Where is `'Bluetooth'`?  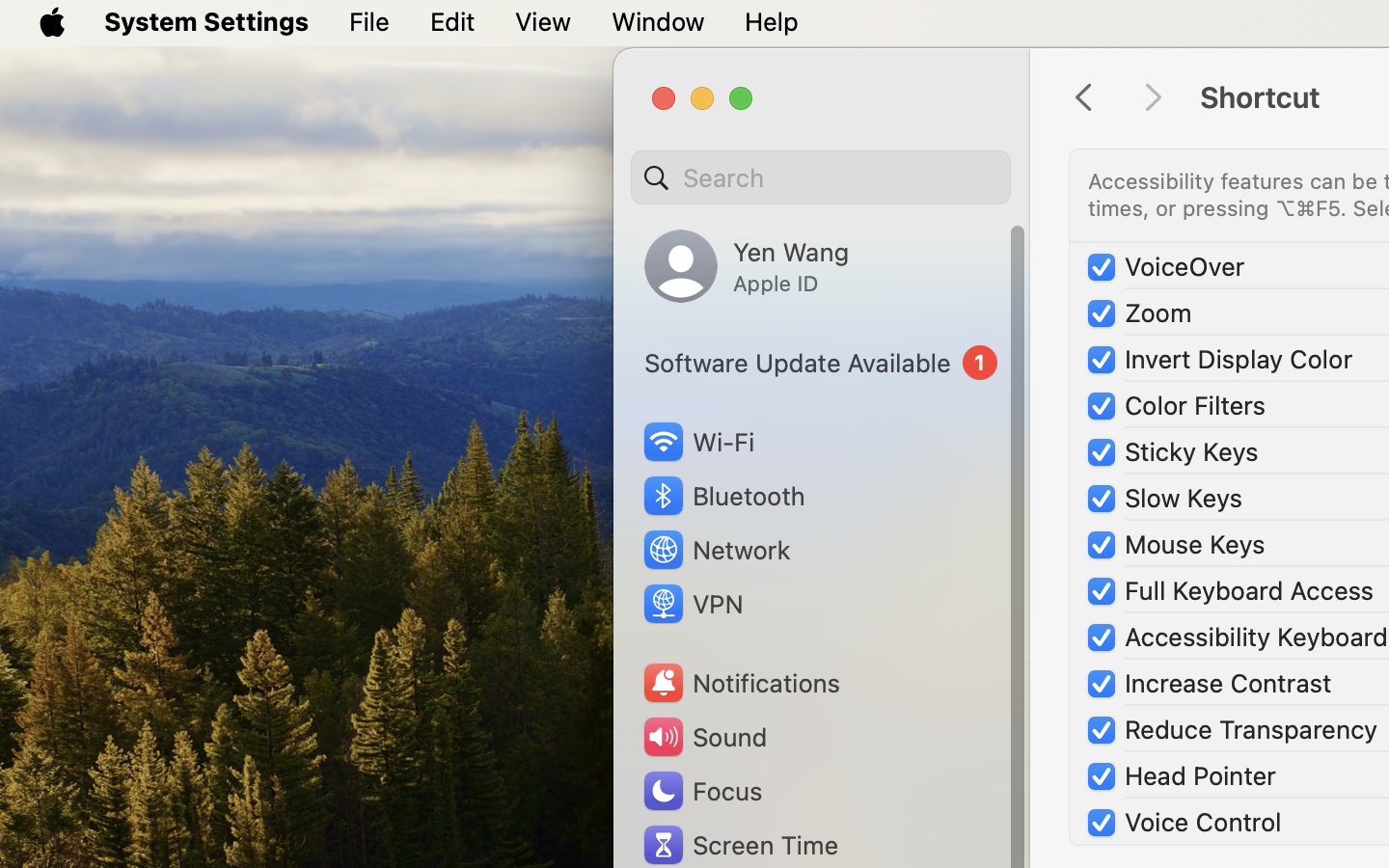 'Bluetooth' is located at coordinates (722, 494).